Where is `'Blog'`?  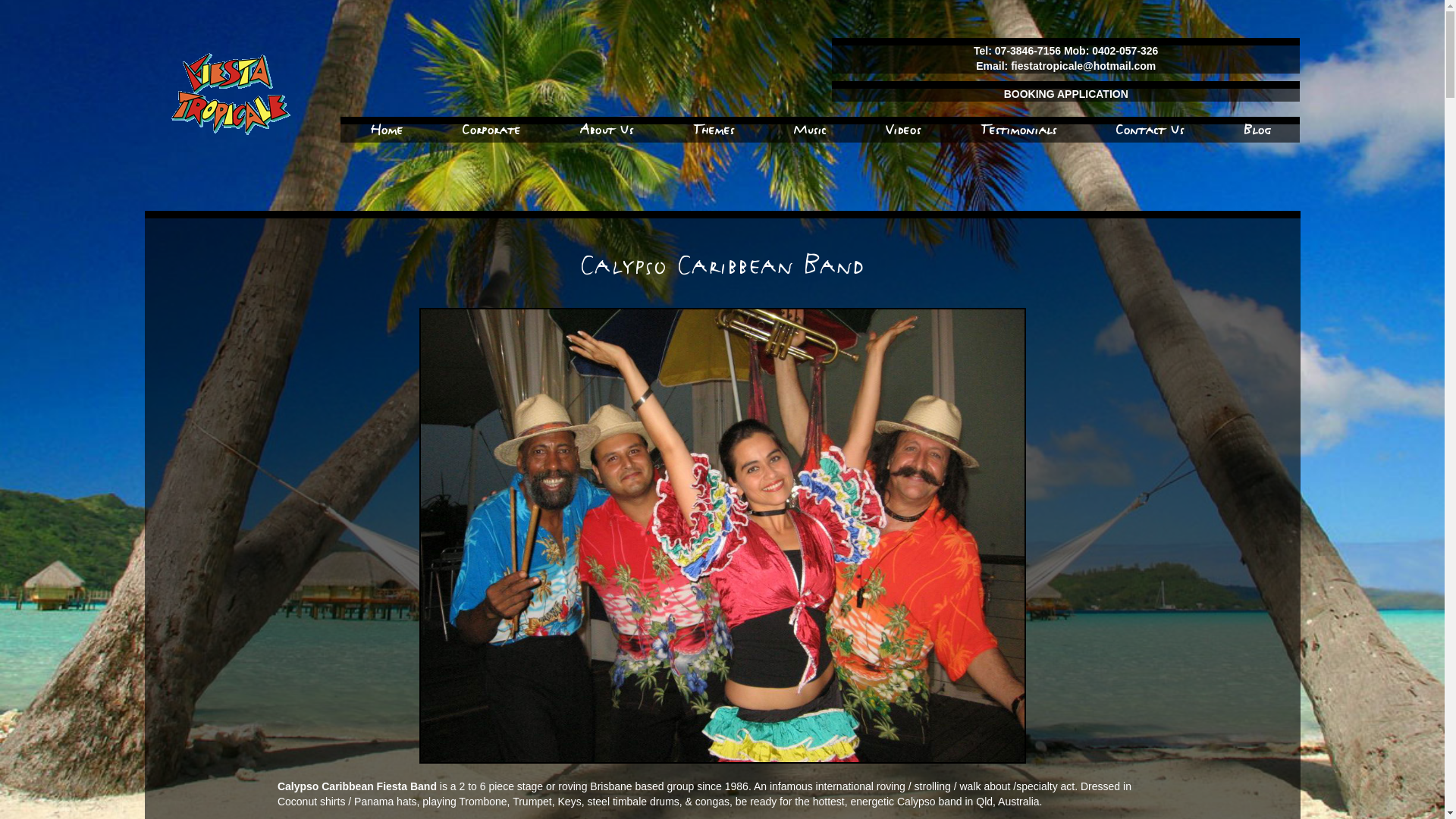
'Blog' is located at coordinates (1257, 128).